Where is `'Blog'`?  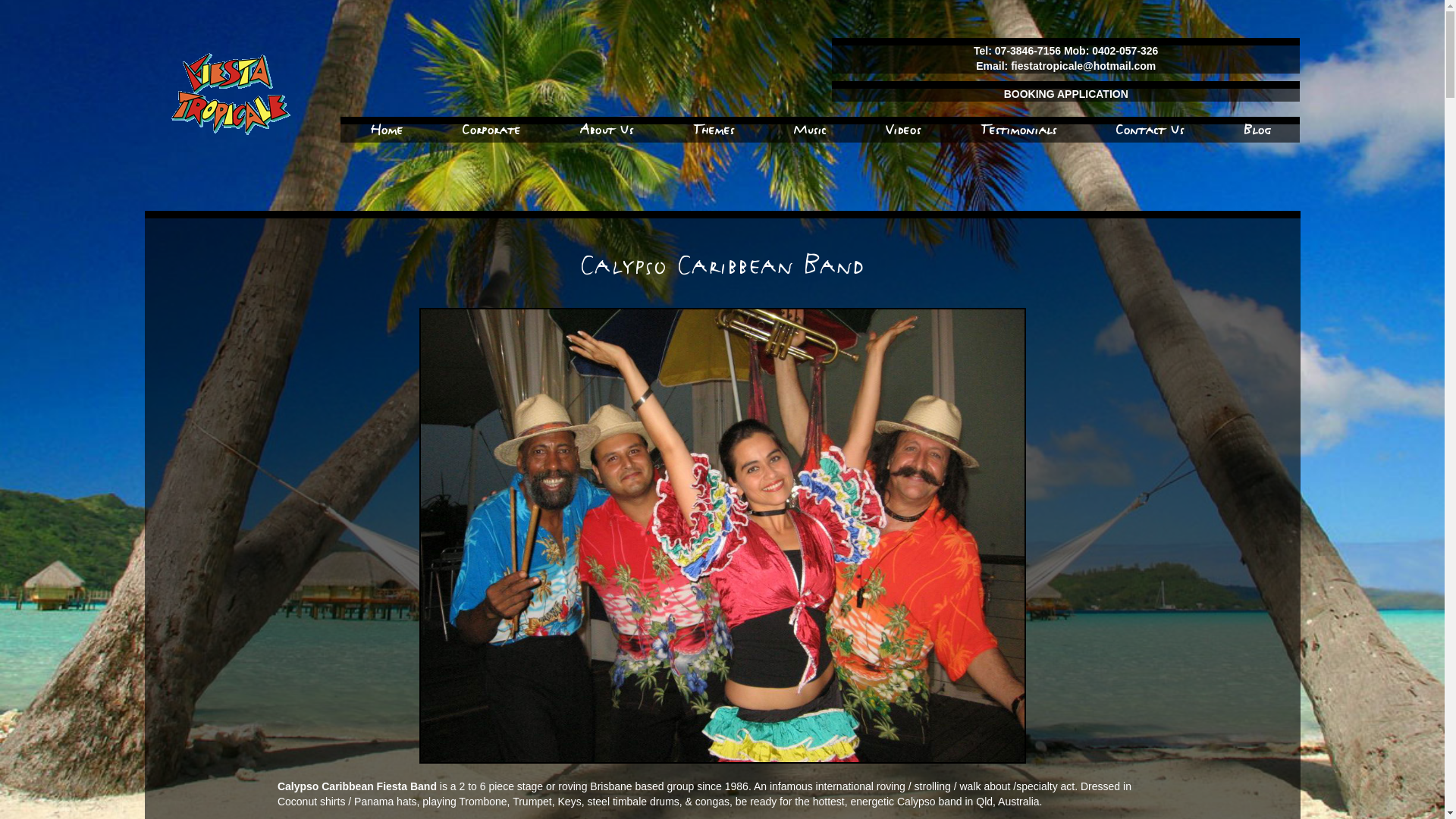
'Blog' is located at coordinates (1257, 128).